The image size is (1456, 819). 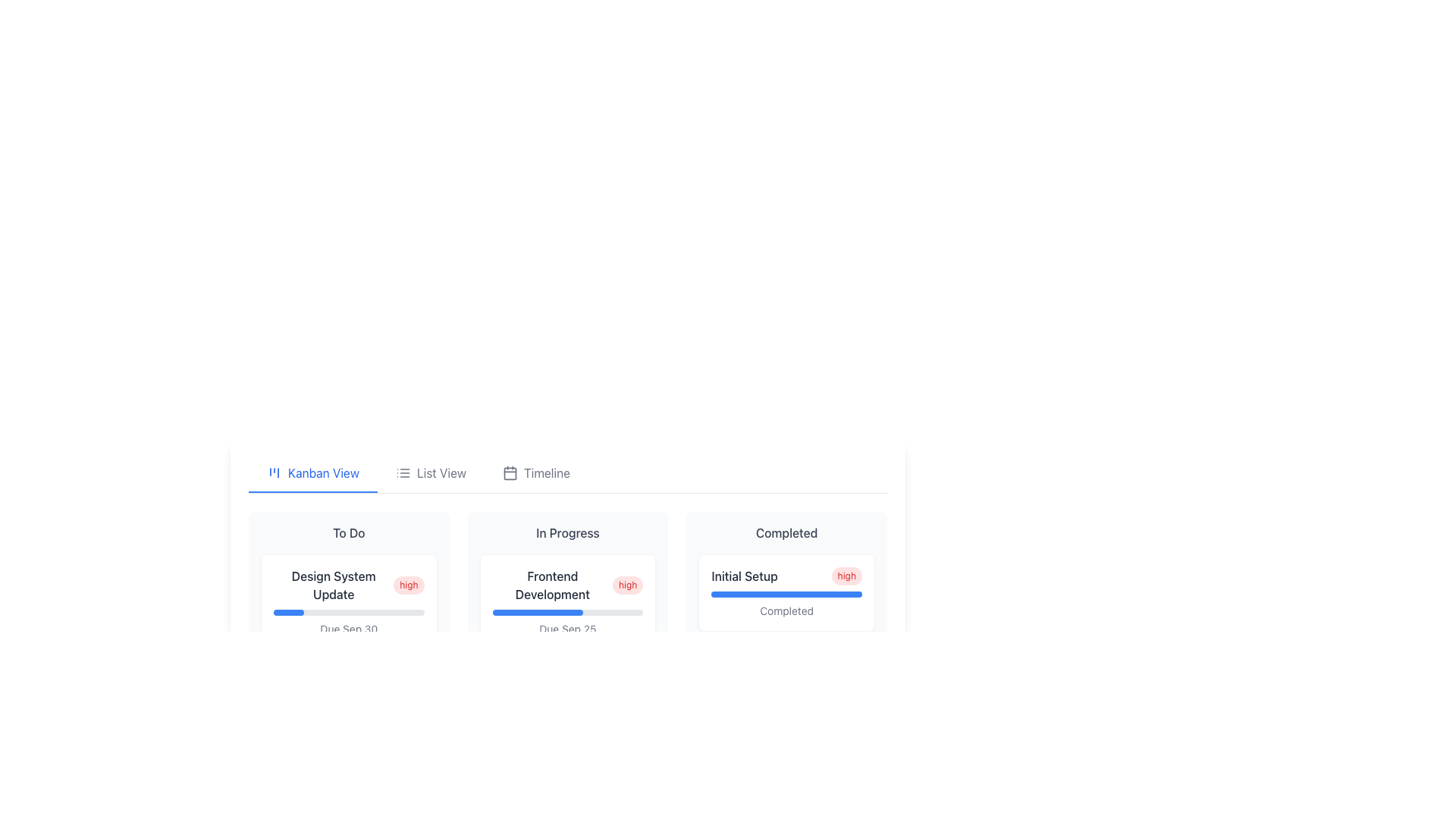 What do you see at coordinates (566, 611) in the screenshot?
I see `the progress visually on the horizontal progress bar located below 'Frontend Development' and above 'Due Sep 25' within the 'In Progress' column of the Kanban board` at bounding box center [566, 611].